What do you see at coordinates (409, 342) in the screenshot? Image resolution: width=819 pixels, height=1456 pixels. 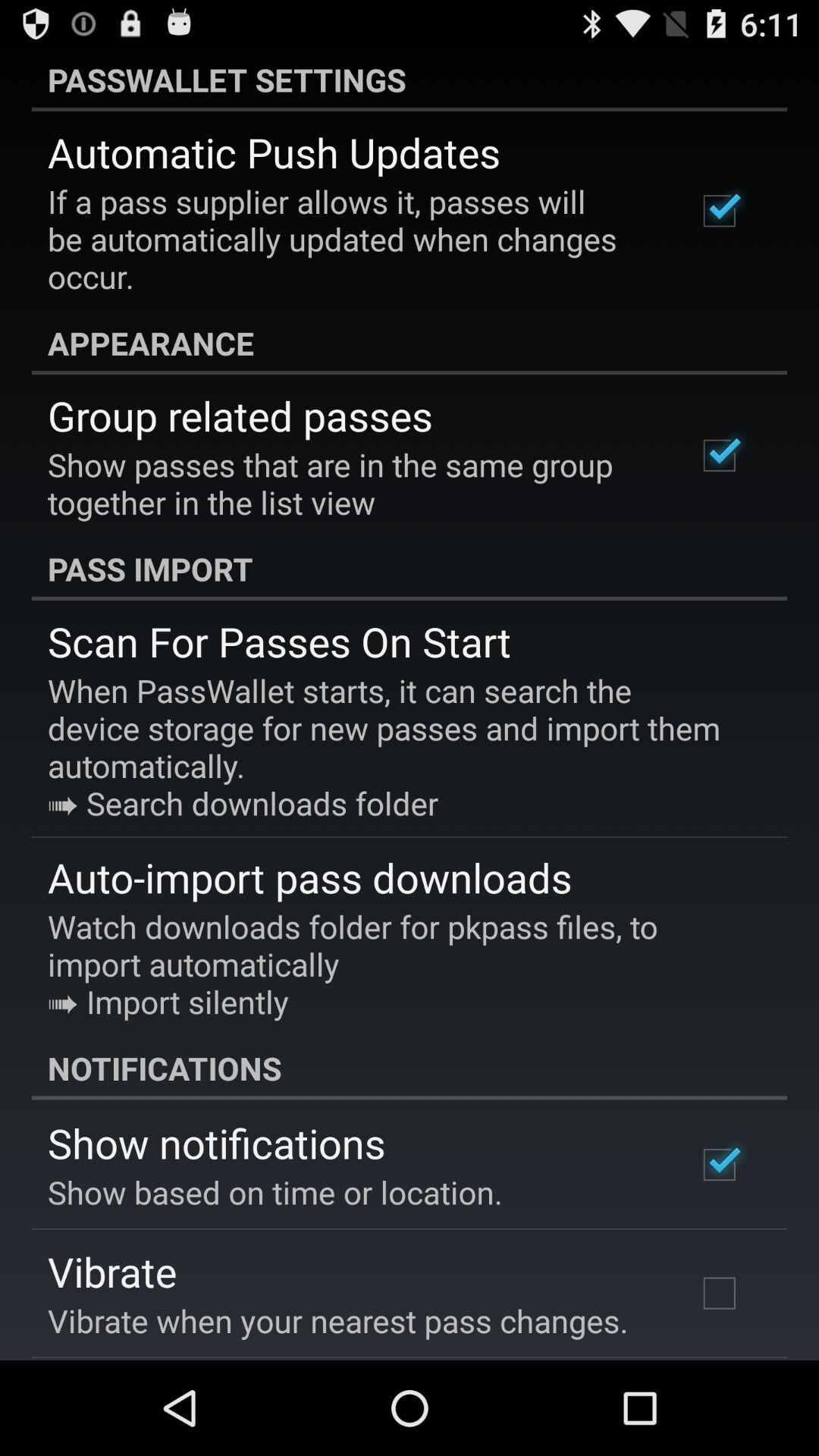 I see `the appearance app` at bounding box center [409, 342].